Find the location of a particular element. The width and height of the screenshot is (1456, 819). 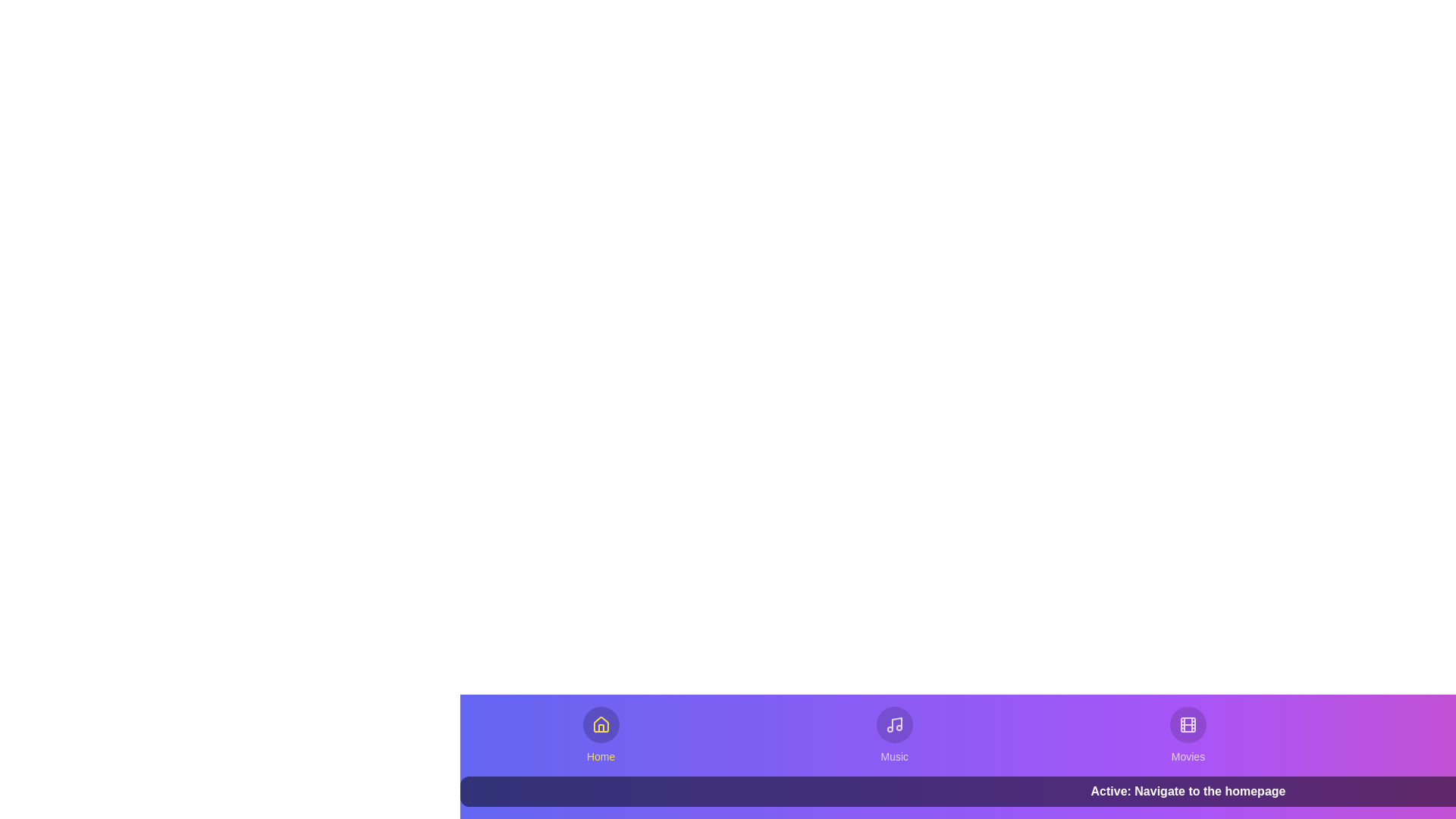

the Home tab from the bottom navigation bar is located at coordinates (600, 734).